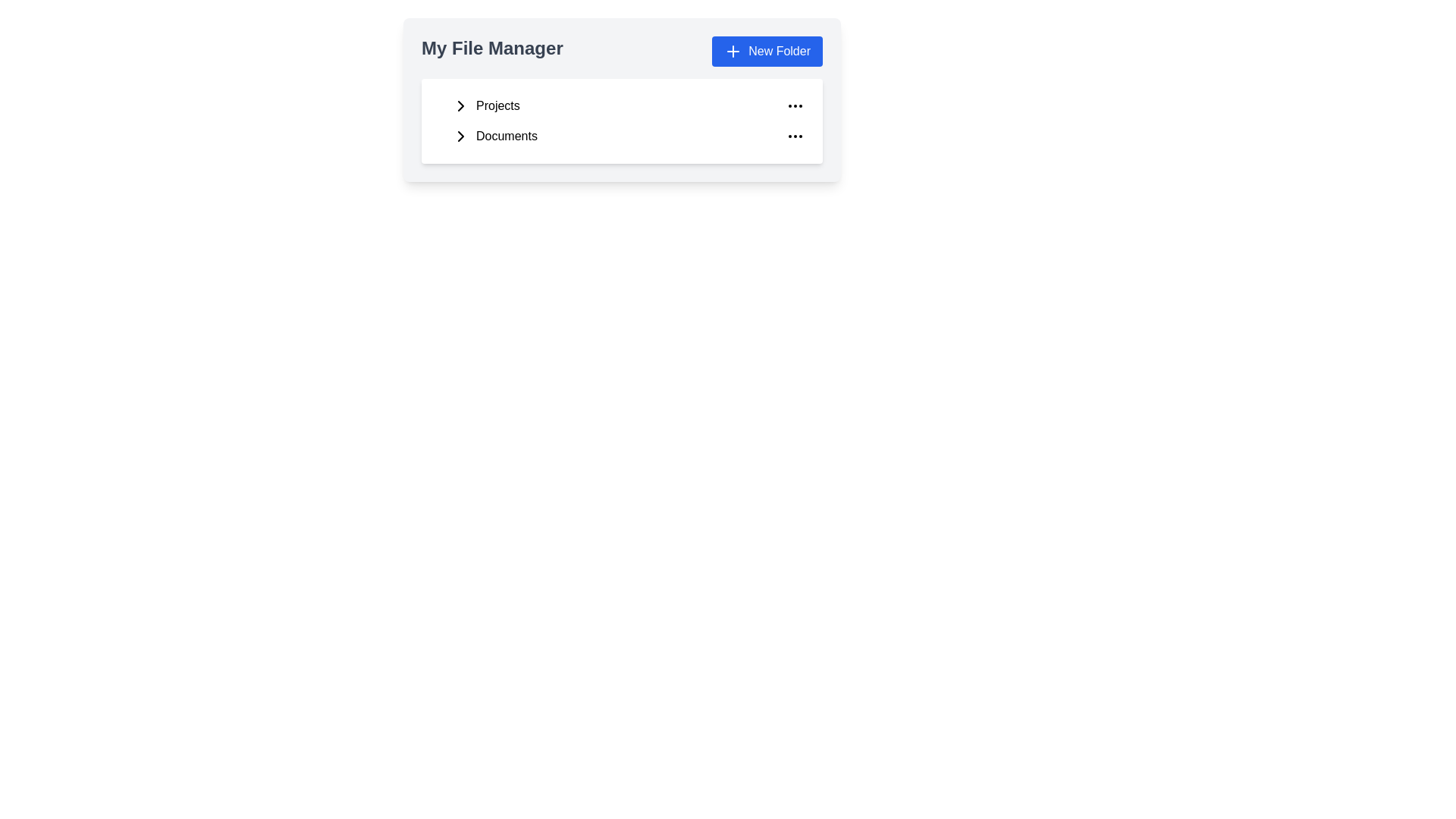 Image resolution: width=1456 pixels, height=819 pixels. I want to click on the 'Documents' text label, which is the second item in a vertical list of menu items, located below 'Projects' and to the right of a chevron icon, so click(507, 136).